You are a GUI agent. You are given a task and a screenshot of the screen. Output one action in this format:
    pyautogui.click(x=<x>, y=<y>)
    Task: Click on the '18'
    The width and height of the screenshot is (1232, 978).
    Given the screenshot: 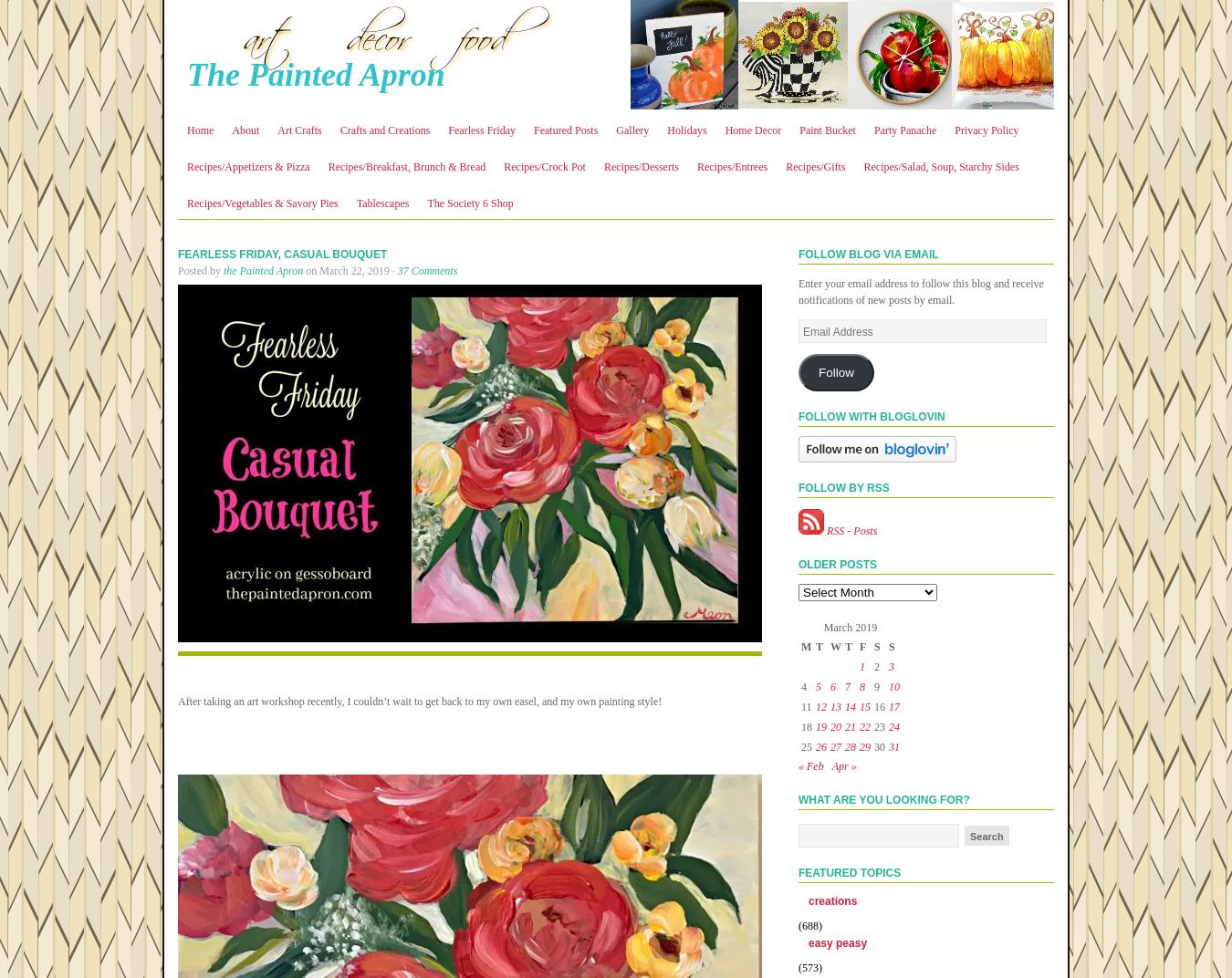 What is the action you would take?
    pyautogui.click(x=806, y=727)
    